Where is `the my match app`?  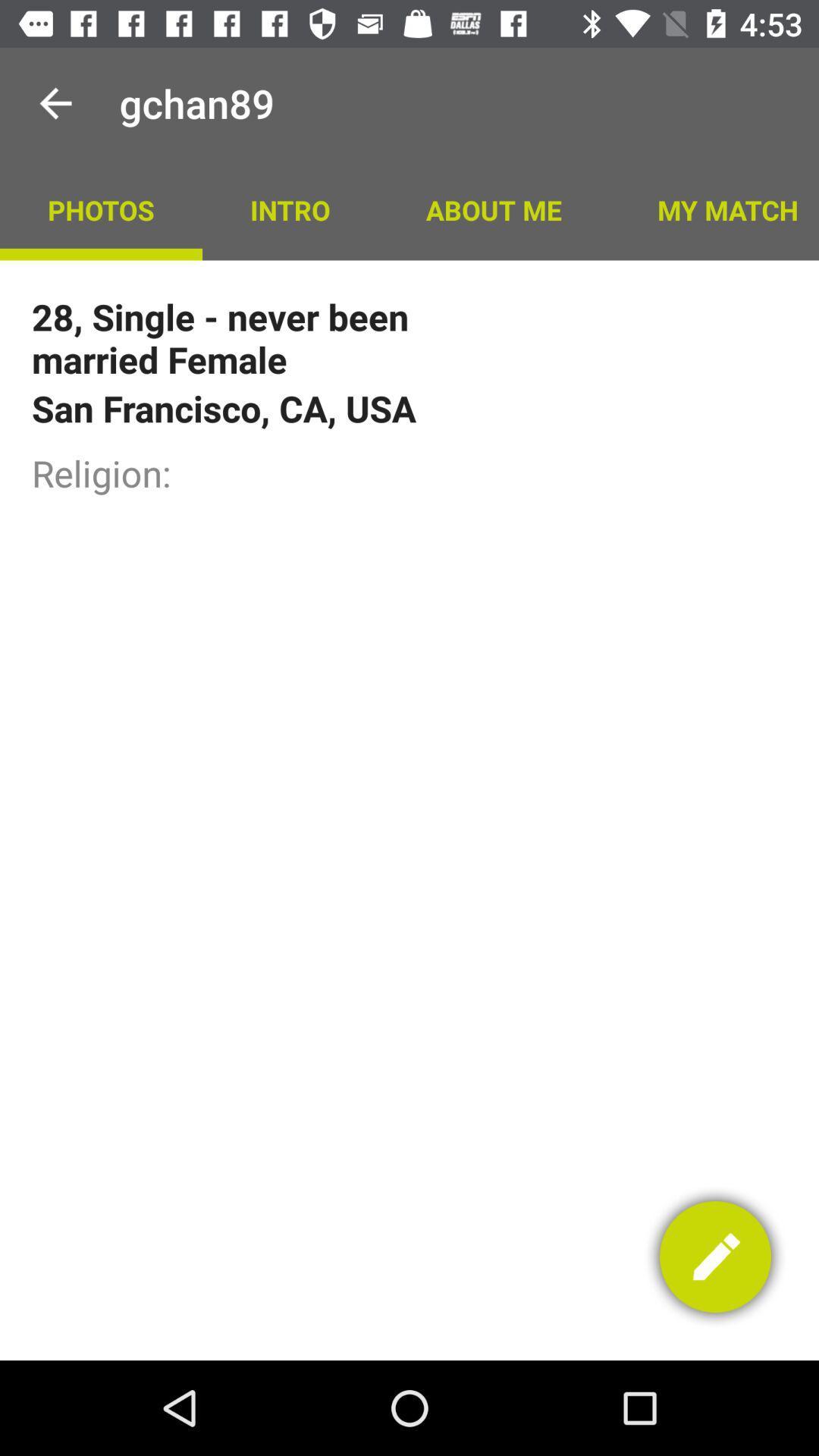 the my match app is located at coordinates (714, 209).